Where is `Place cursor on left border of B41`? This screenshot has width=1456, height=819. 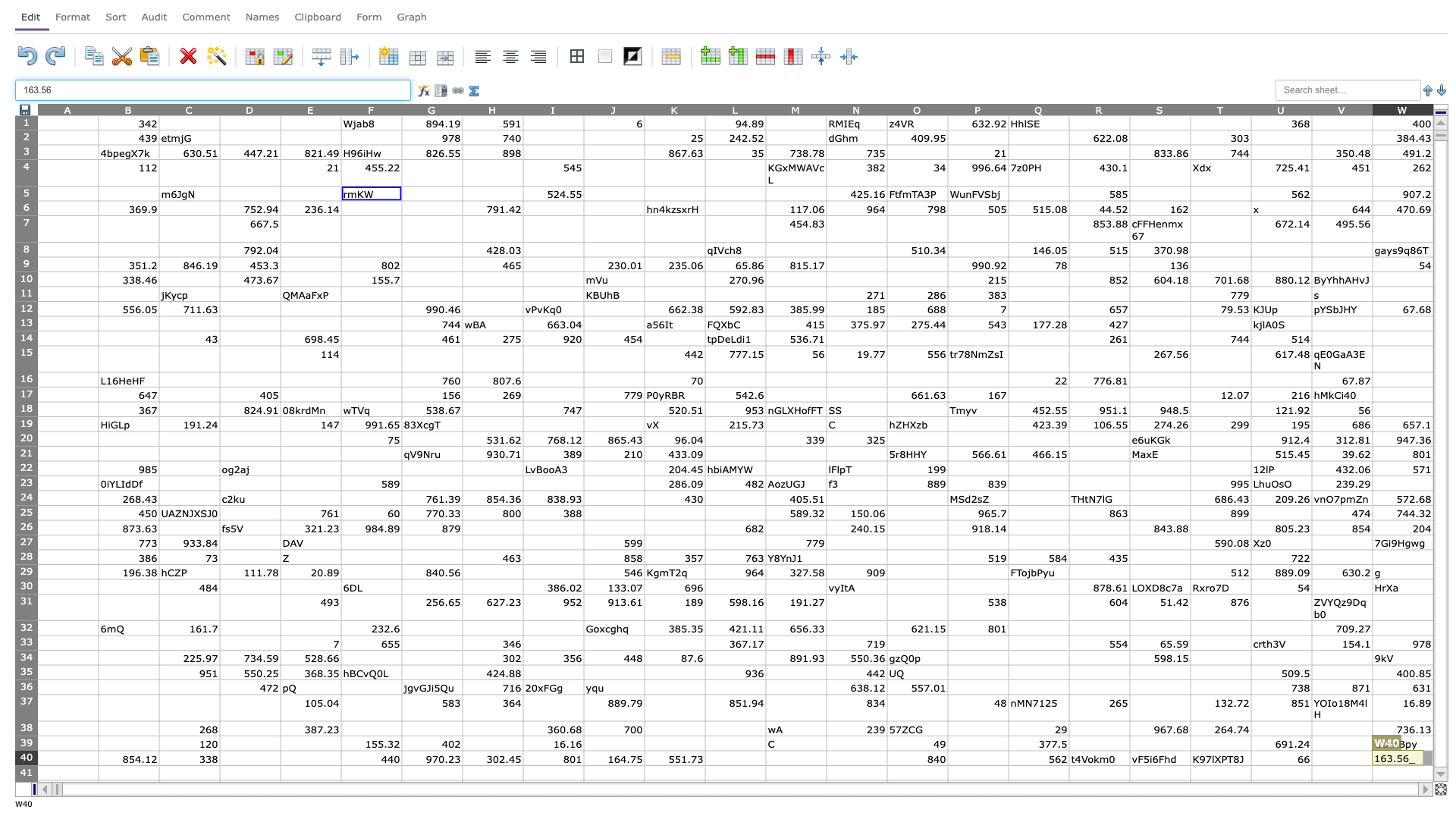 Place cursor on left border of B41 is located at coordinates (97, 773).